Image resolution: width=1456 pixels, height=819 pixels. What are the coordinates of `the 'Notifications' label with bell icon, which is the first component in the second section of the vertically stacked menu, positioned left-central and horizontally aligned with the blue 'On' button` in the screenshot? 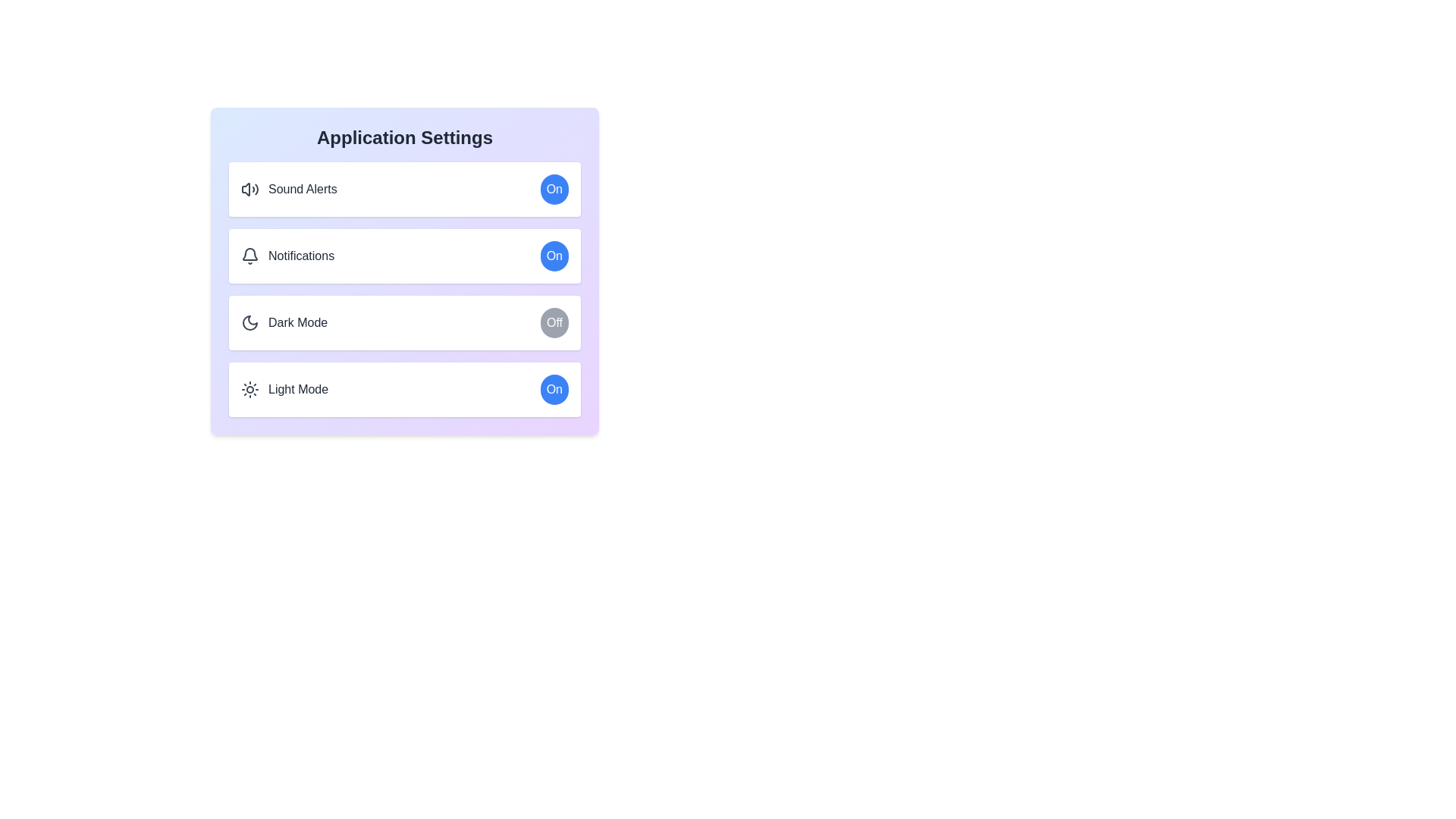 It's located at (287, 256).